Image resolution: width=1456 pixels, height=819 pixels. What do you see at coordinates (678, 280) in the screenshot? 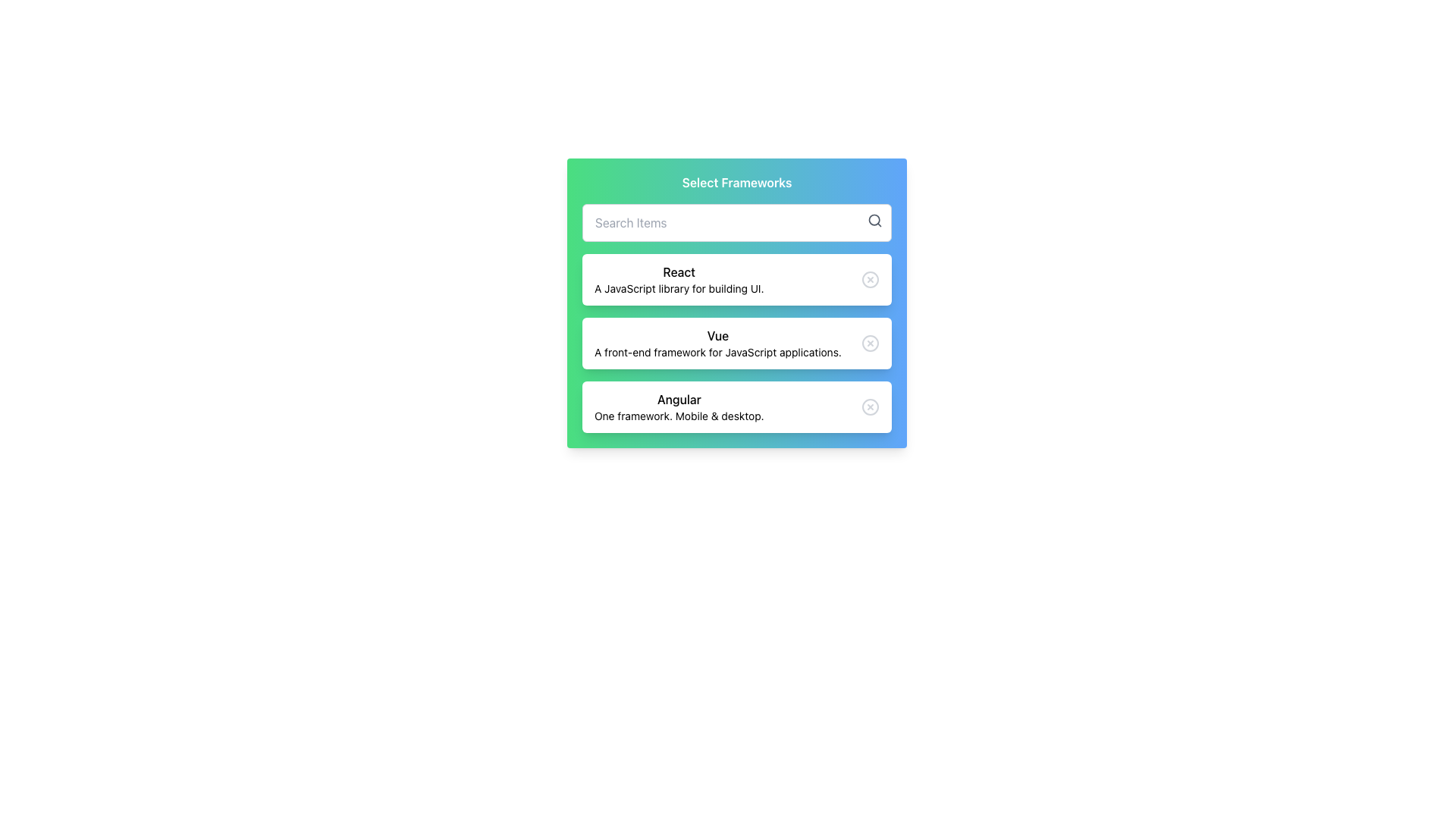
I see `the 'React' text block element, which is the first card in a vertical list of framework cards, to make a selection` at bounding box center [678, 280].